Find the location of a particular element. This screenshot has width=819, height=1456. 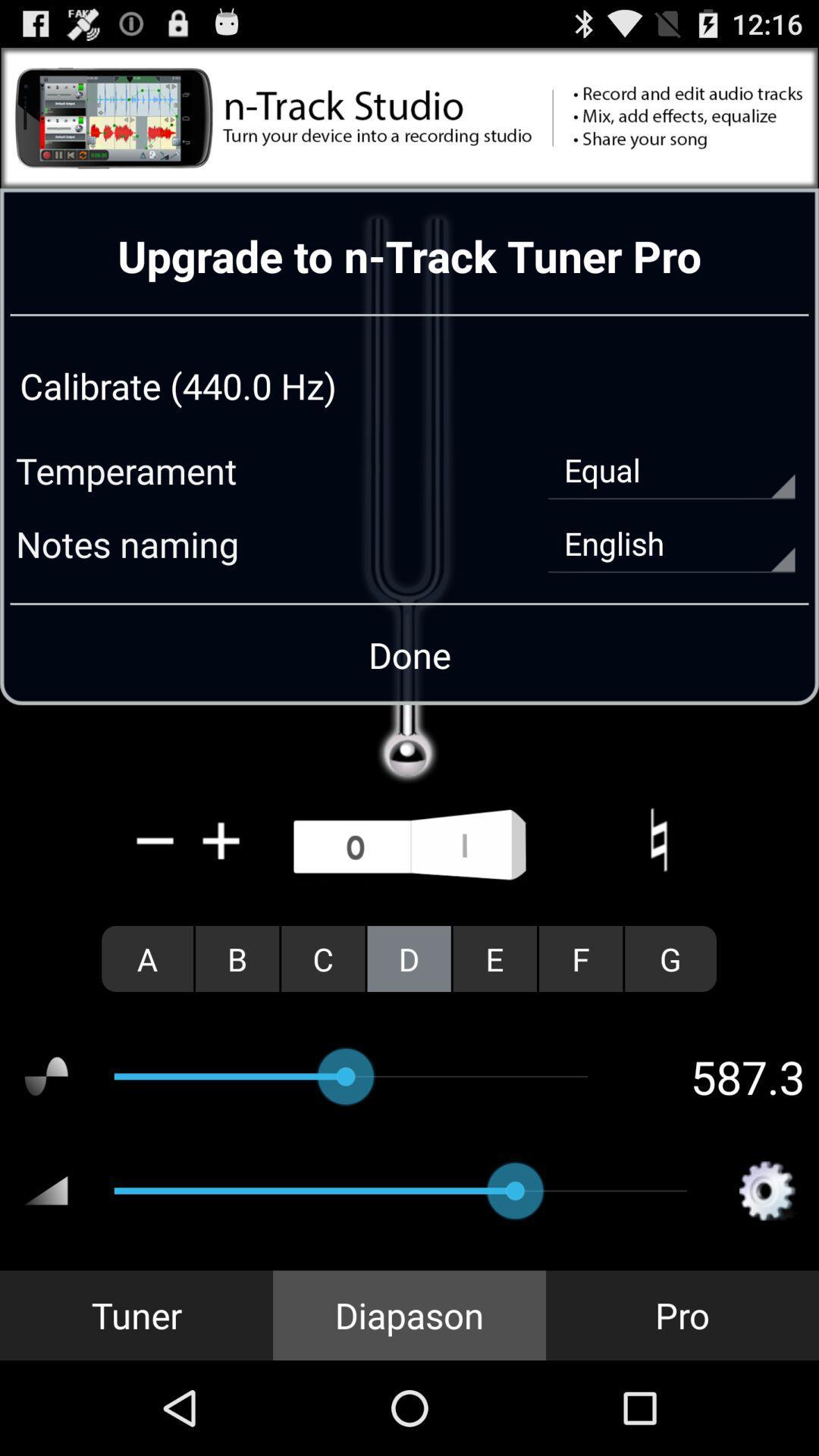

zoom option is located at coordinates (221, 839).